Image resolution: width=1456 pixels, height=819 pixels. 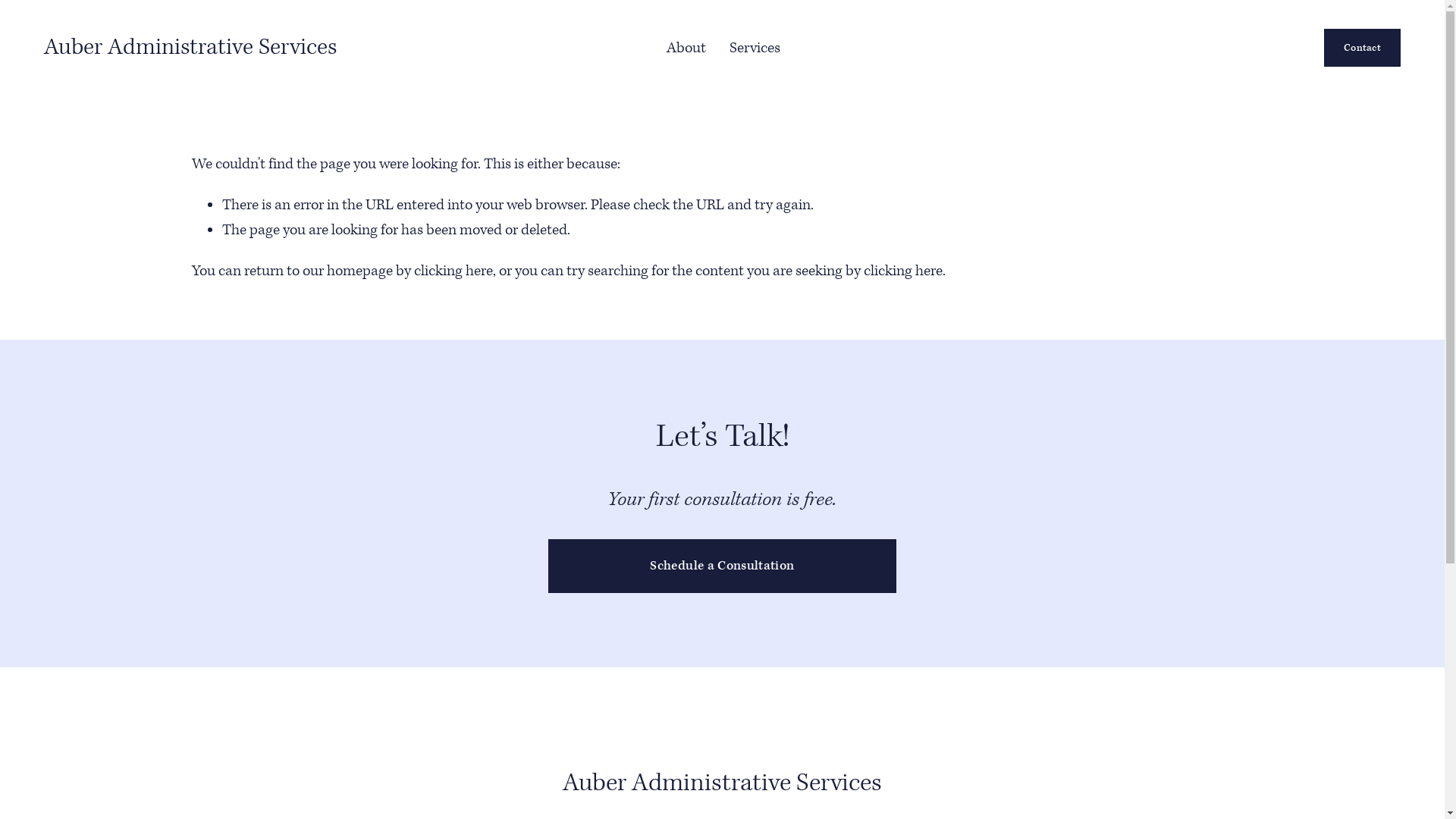 What do you see at coordinates (729, 46) in the screenshot?
I see `'Services'` at bounding box center [729, 46].